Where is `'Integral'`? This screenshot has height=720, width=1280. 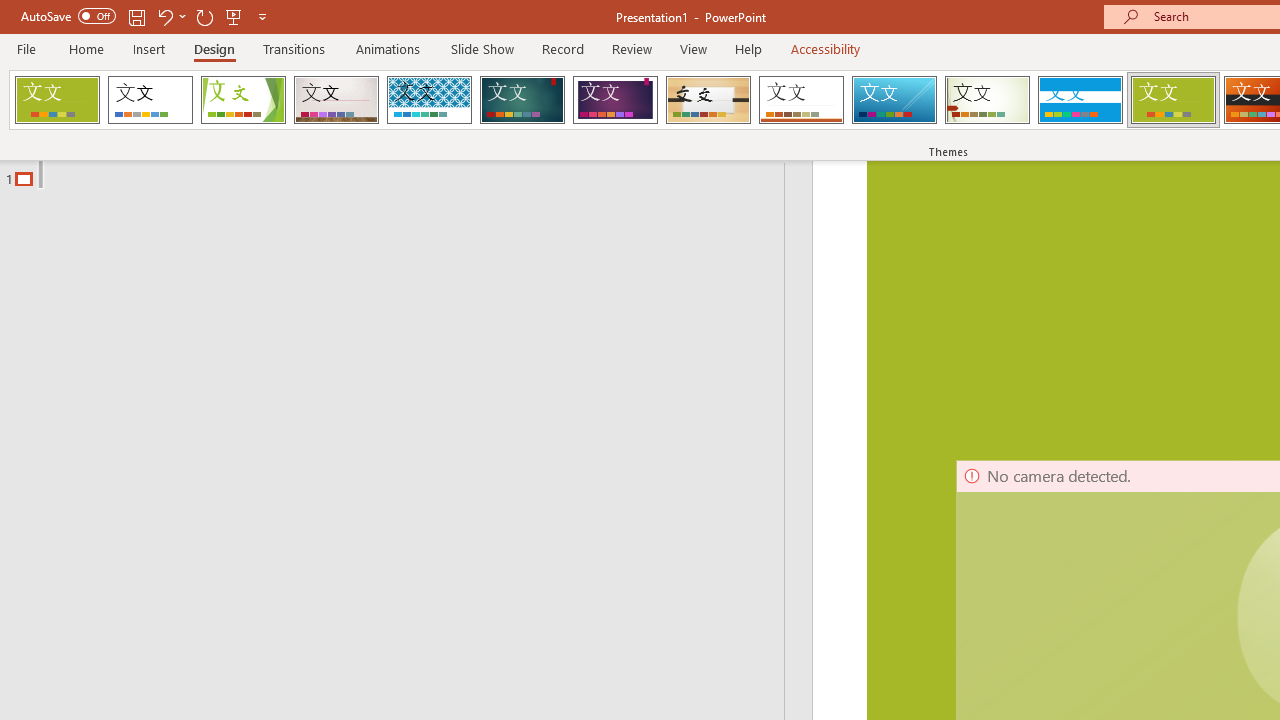 'Integral' is located at coordinates (428, 100).